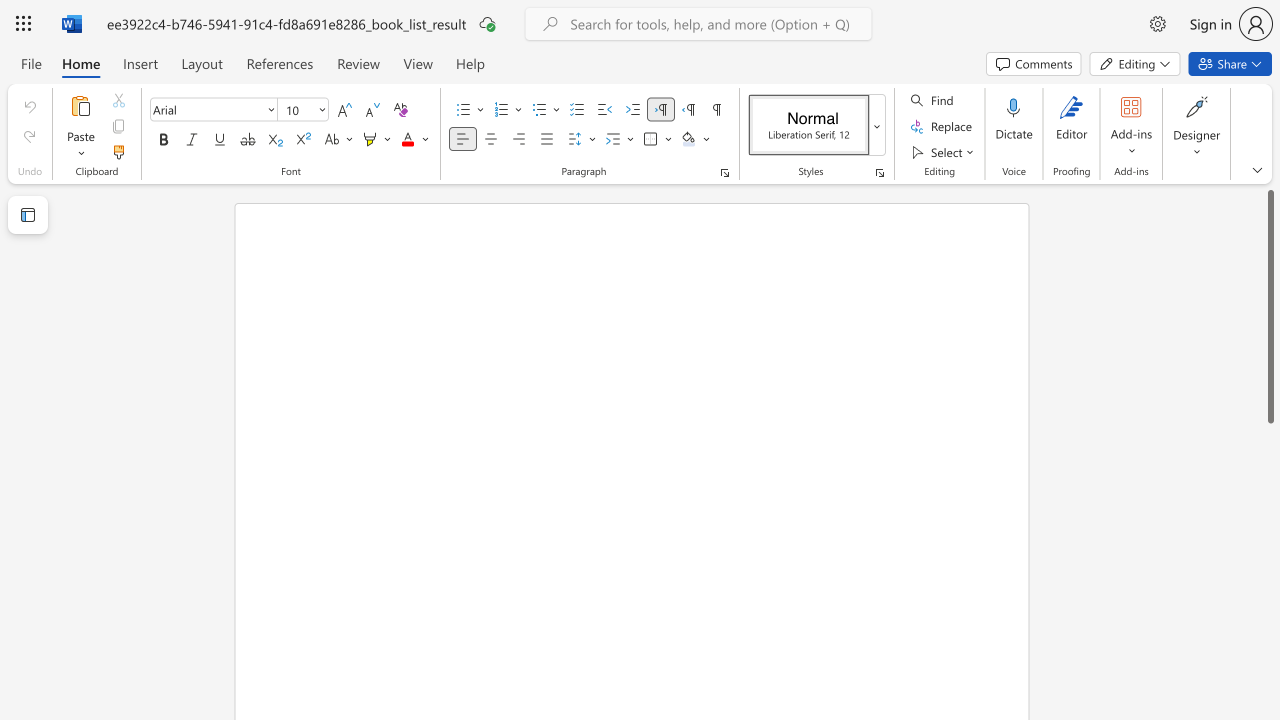 The width and height of the screenshot is (1280, 720). I want to click on the scrollbar to move the page downward, so click(1269, 470).